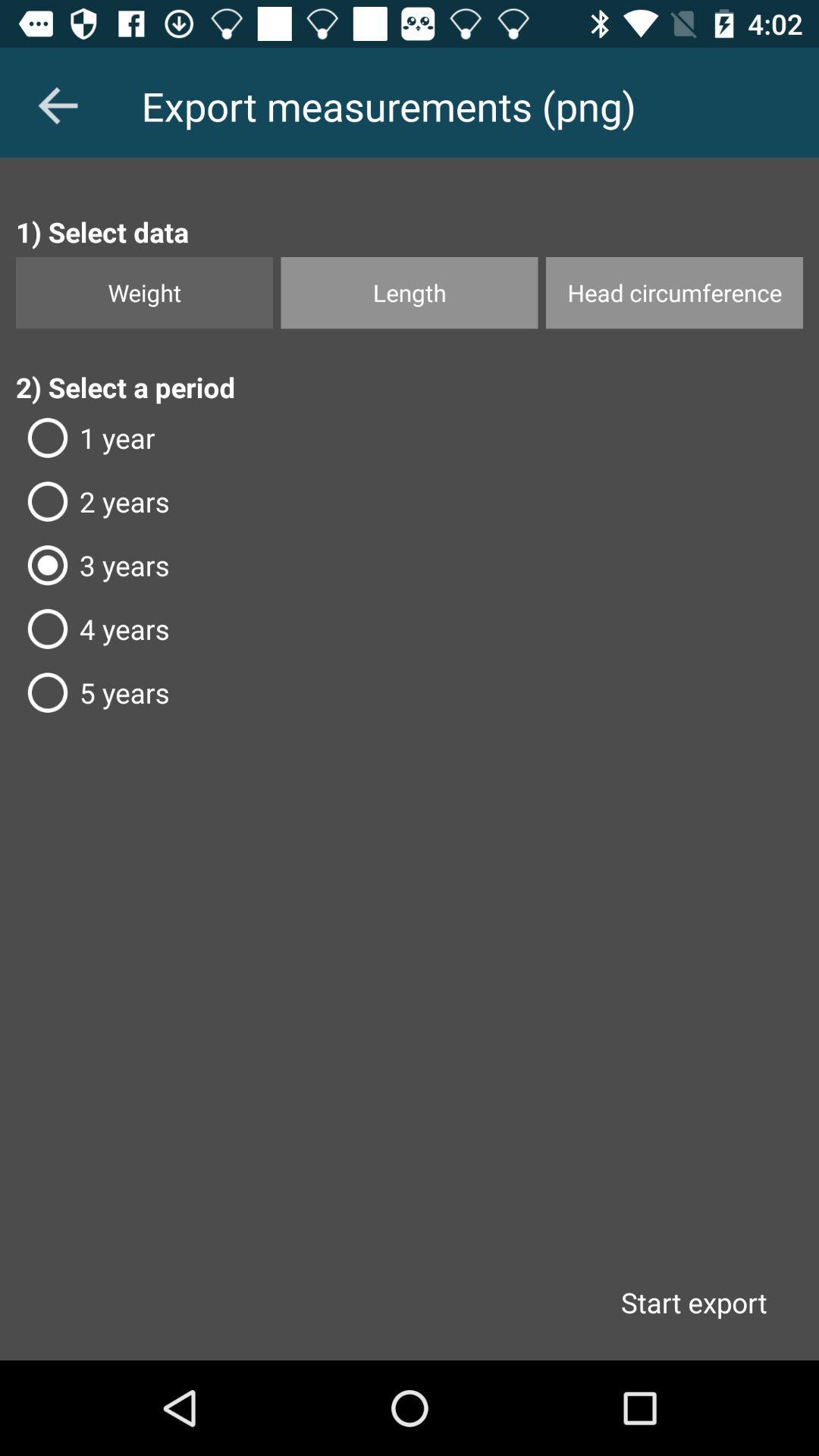  Describe the element at coordinates (409, 629) in the screenshot. I see `the 4 years item` at that location.